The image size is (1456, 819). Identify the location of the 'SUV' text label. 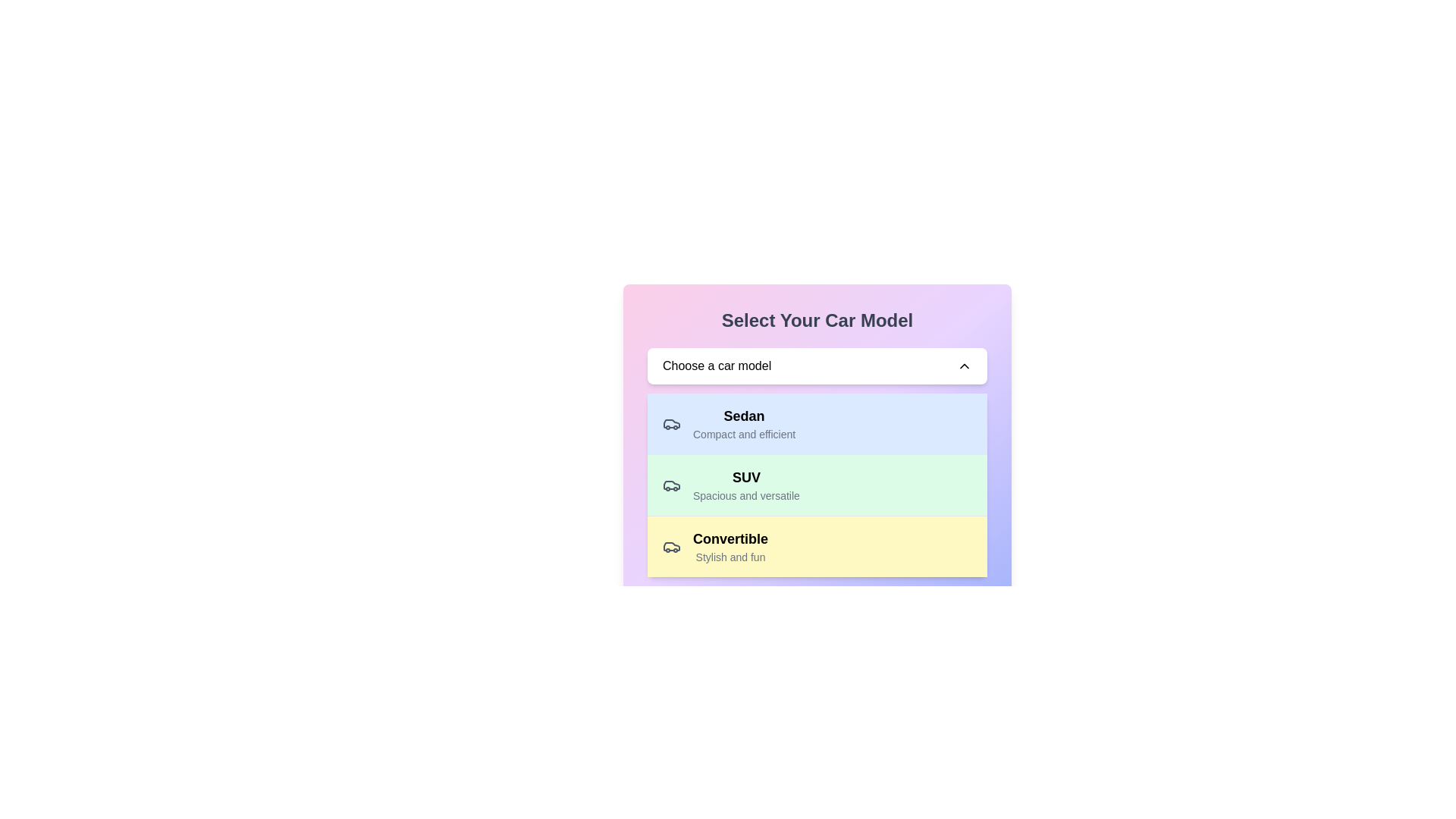
(746, 476).